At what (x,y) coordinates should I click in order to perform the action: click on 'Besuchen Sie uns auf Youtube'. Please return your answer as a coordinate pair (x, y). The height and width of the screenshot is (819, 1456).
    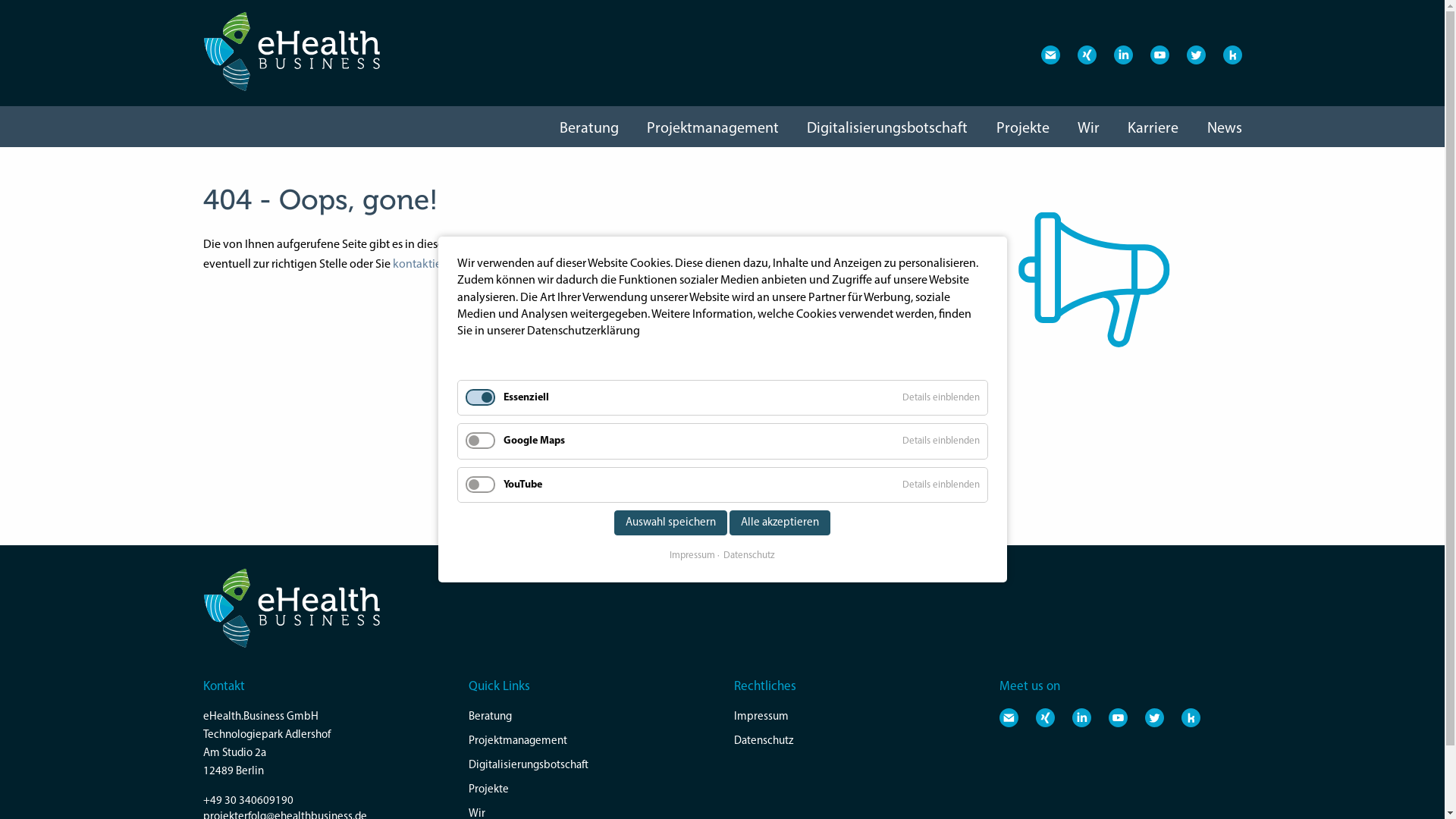
    Looking at the image, I should click on (1118, 717).